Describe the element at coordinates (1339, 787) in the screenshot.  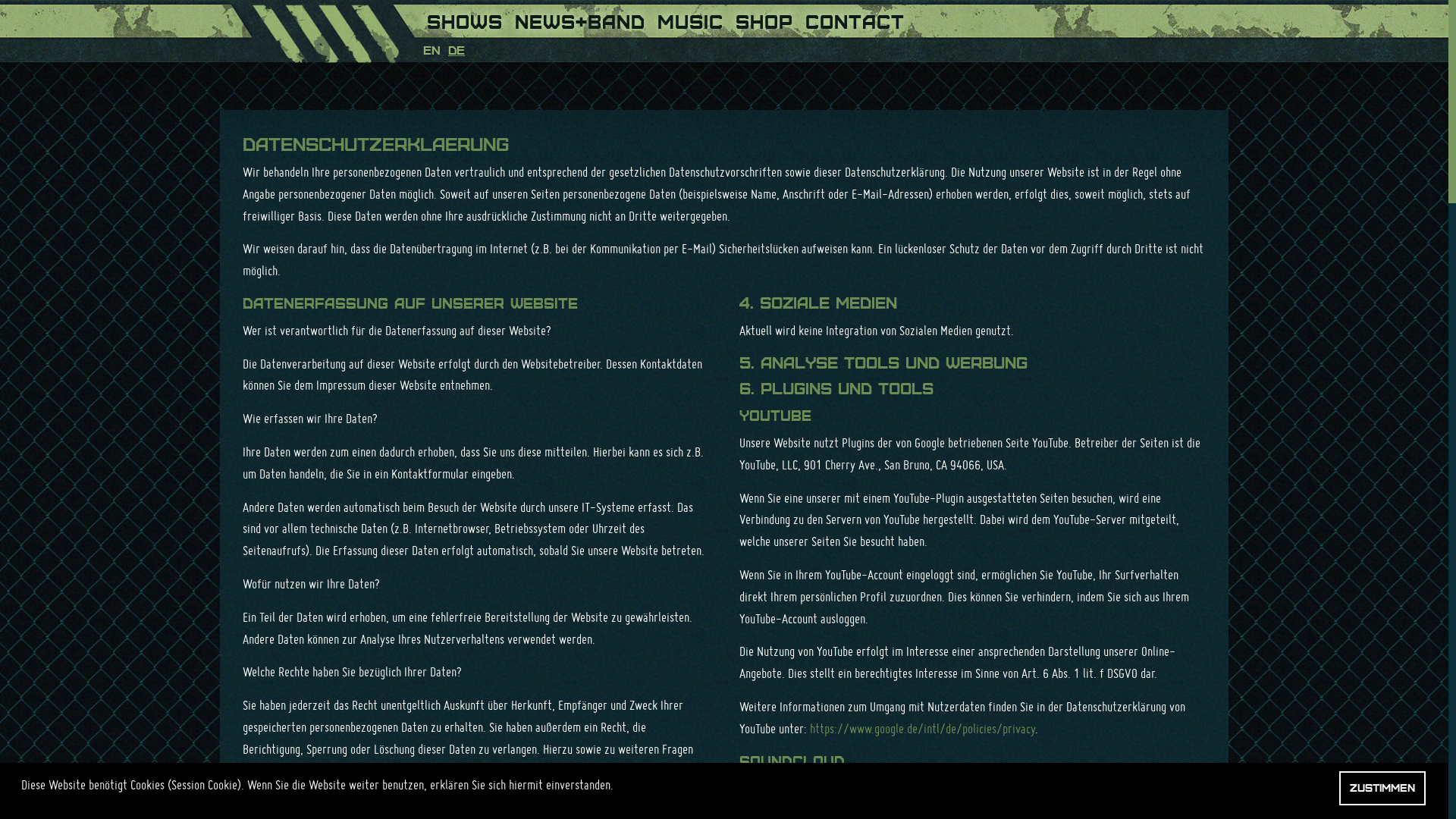
I see `'Zustimmen'` at that location.